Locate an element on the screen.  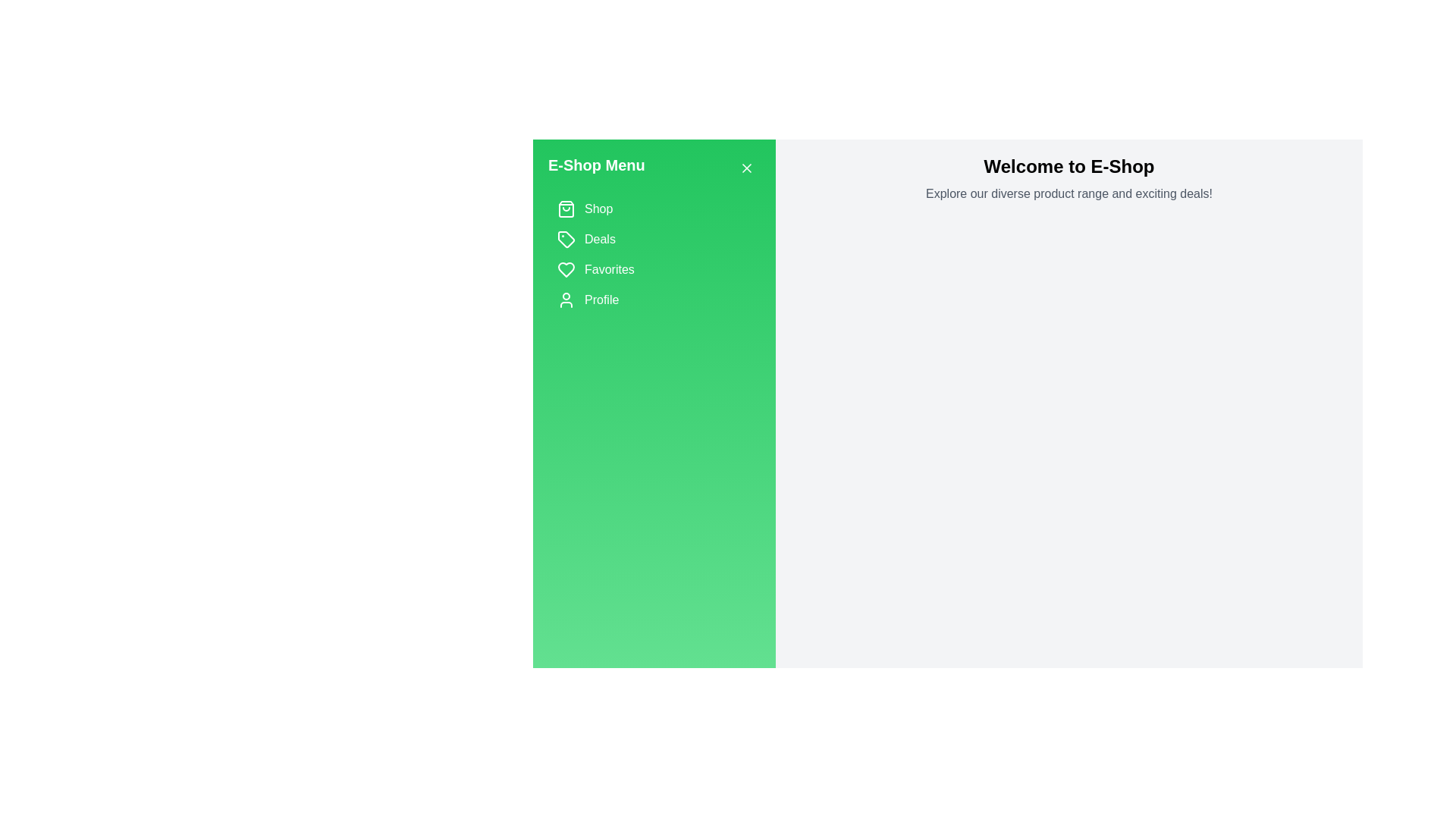
the close button to hide the drawer is located at coordinates (746, 168).